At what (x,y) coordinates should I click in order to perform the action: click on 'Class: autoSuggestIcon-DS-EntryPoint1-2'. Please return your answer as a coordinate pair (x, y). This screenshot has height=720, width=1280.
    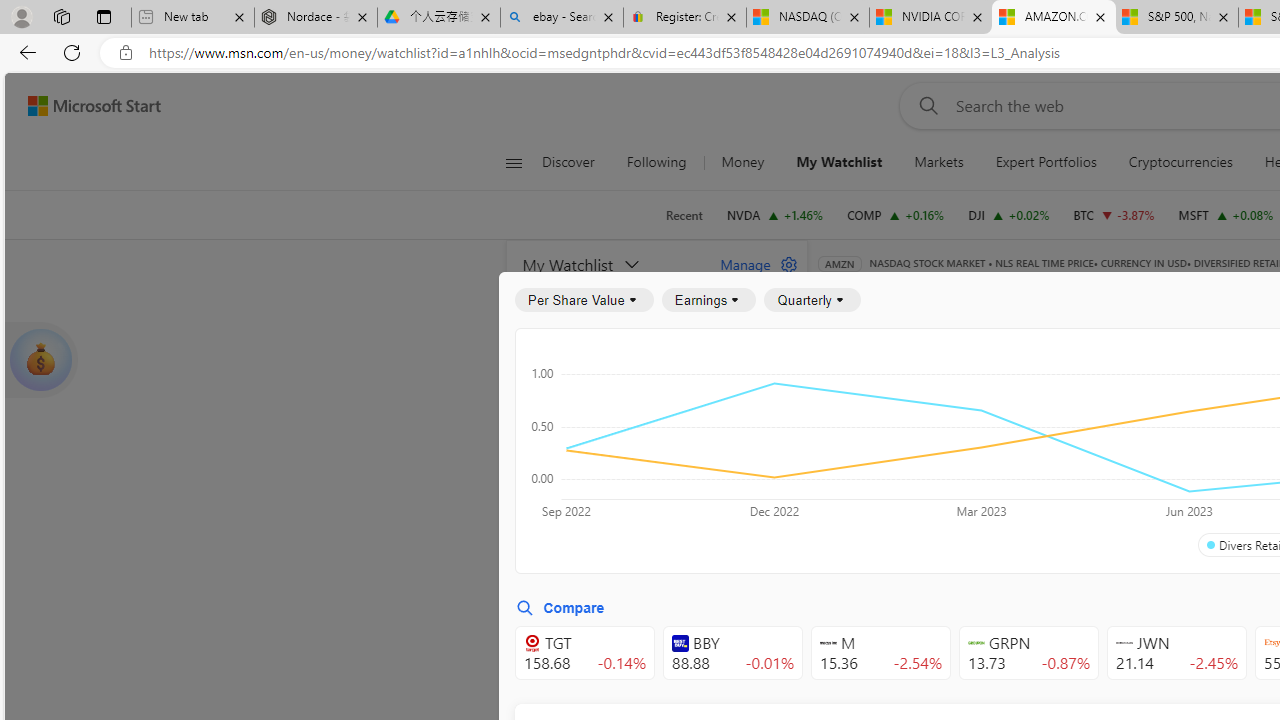
    Looking at the image, I should click on (1124, 643).